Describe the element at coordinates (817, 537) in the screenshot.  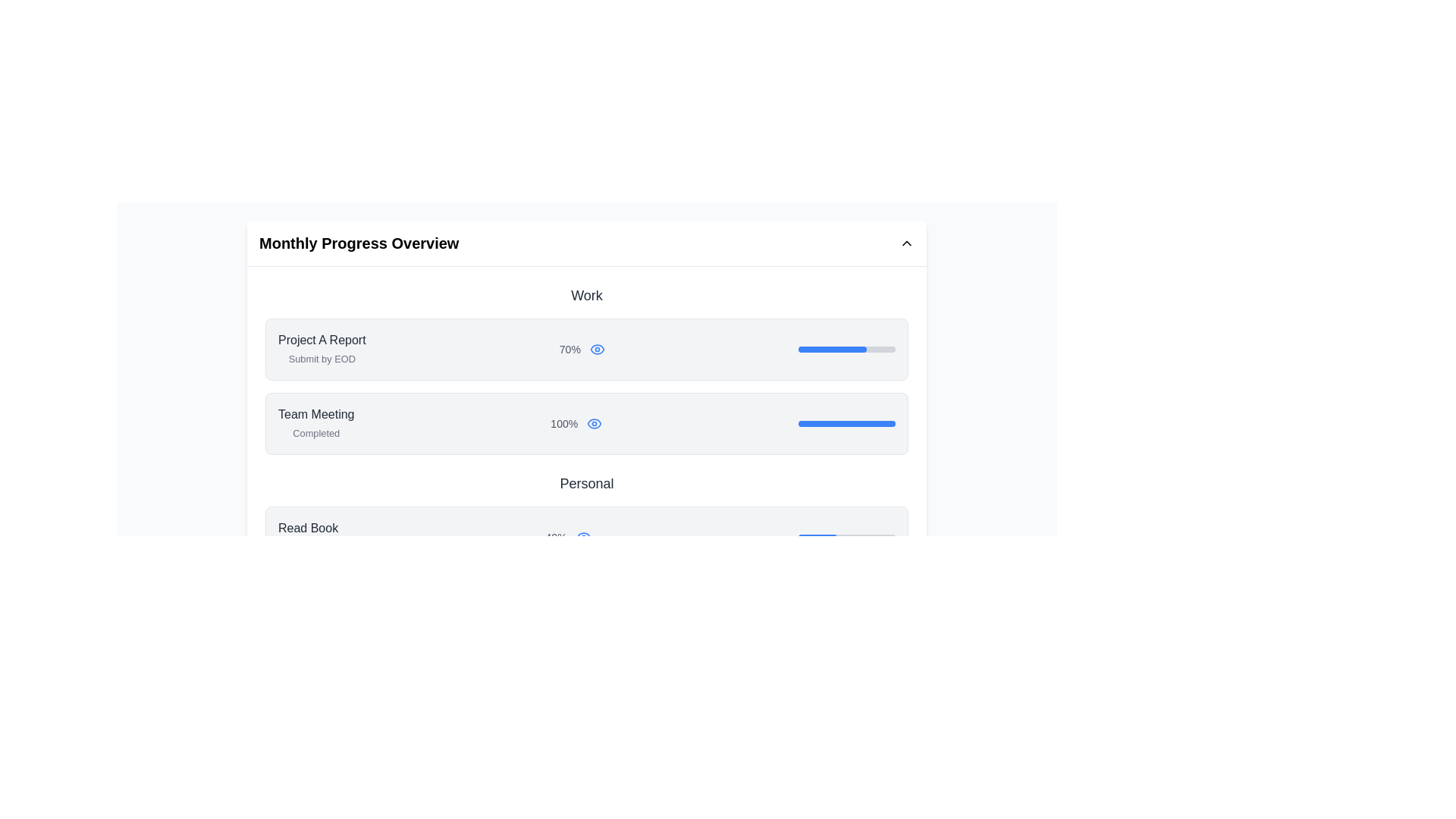
I see `the visual progress of the 'Read Book' item in the Personal category's progress bar located near the bottom of the interface` at that location.